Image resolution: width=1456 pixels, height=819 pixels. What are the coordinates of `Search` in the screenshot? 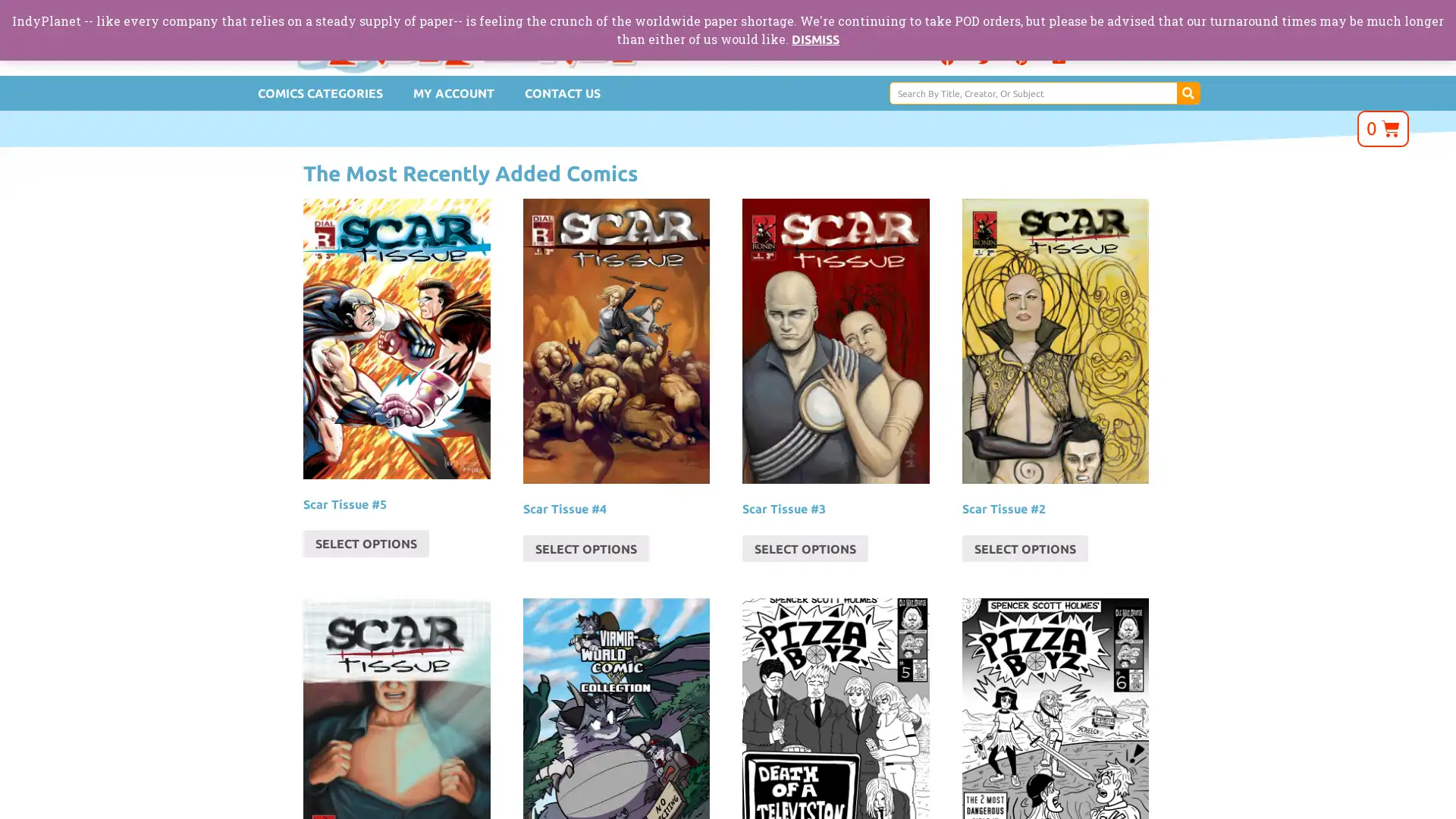 It's located at (1187, 93).